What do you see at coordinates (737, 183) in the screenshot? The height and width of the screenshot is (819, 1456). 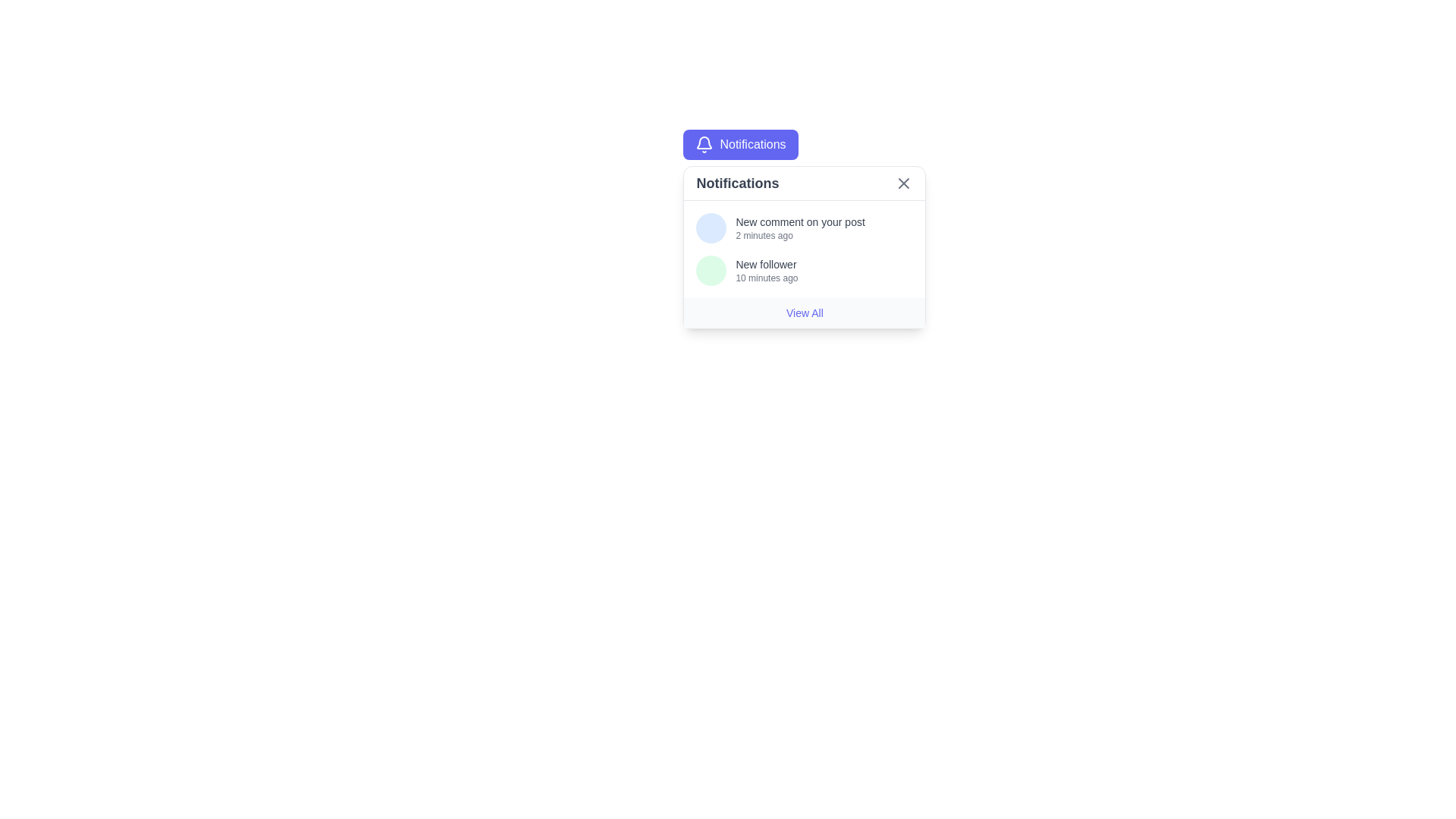 I see `the 'Notifications' text label, which is styled in a larger, bold font and positioned at the top-left section of the notification dropdown panel` at bounding box center [737, 183].